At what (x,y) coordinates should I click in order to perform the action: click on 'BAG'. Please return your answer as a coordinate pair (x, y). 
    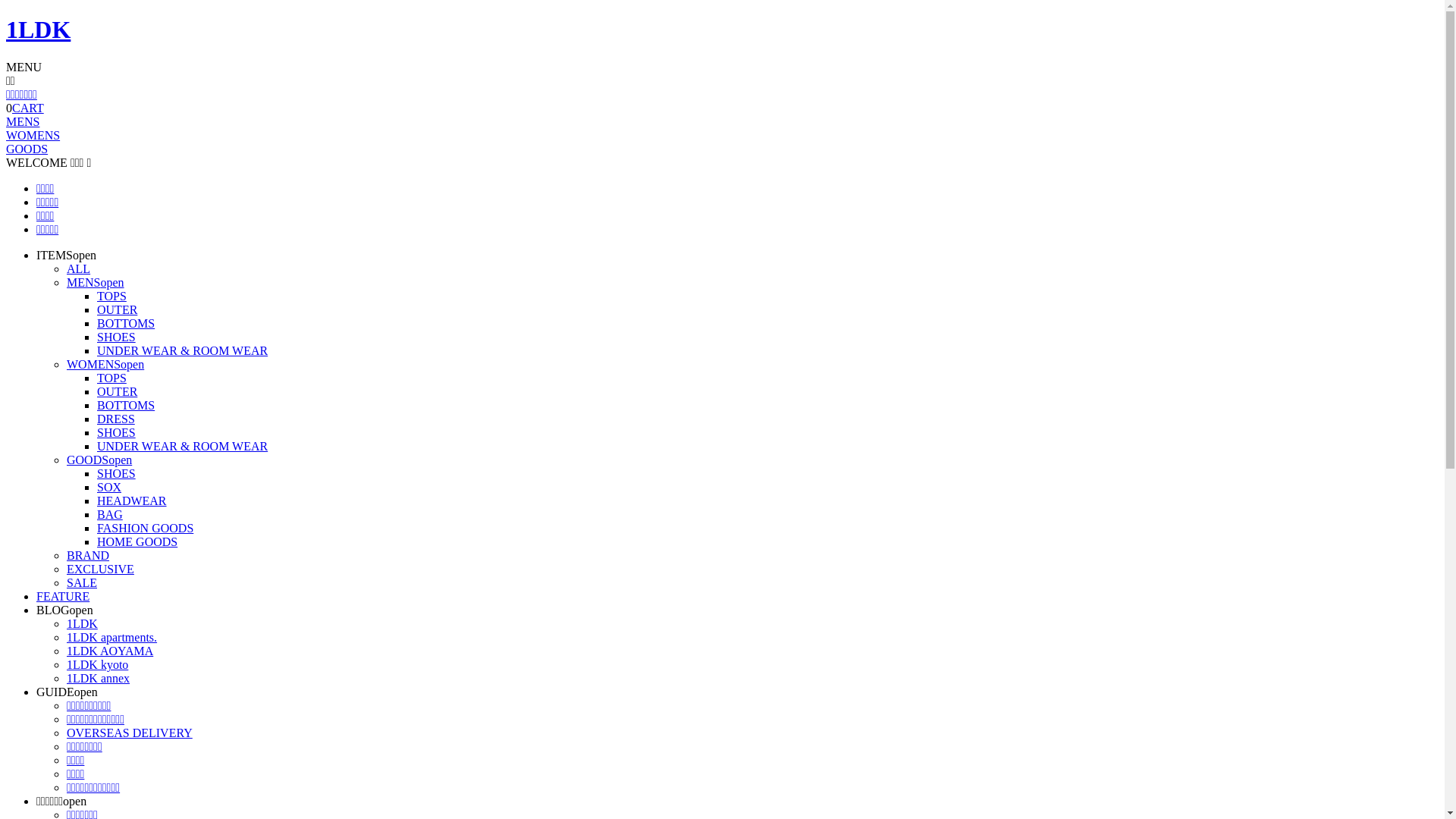
    Looking at the image, I should click on (108, 513).